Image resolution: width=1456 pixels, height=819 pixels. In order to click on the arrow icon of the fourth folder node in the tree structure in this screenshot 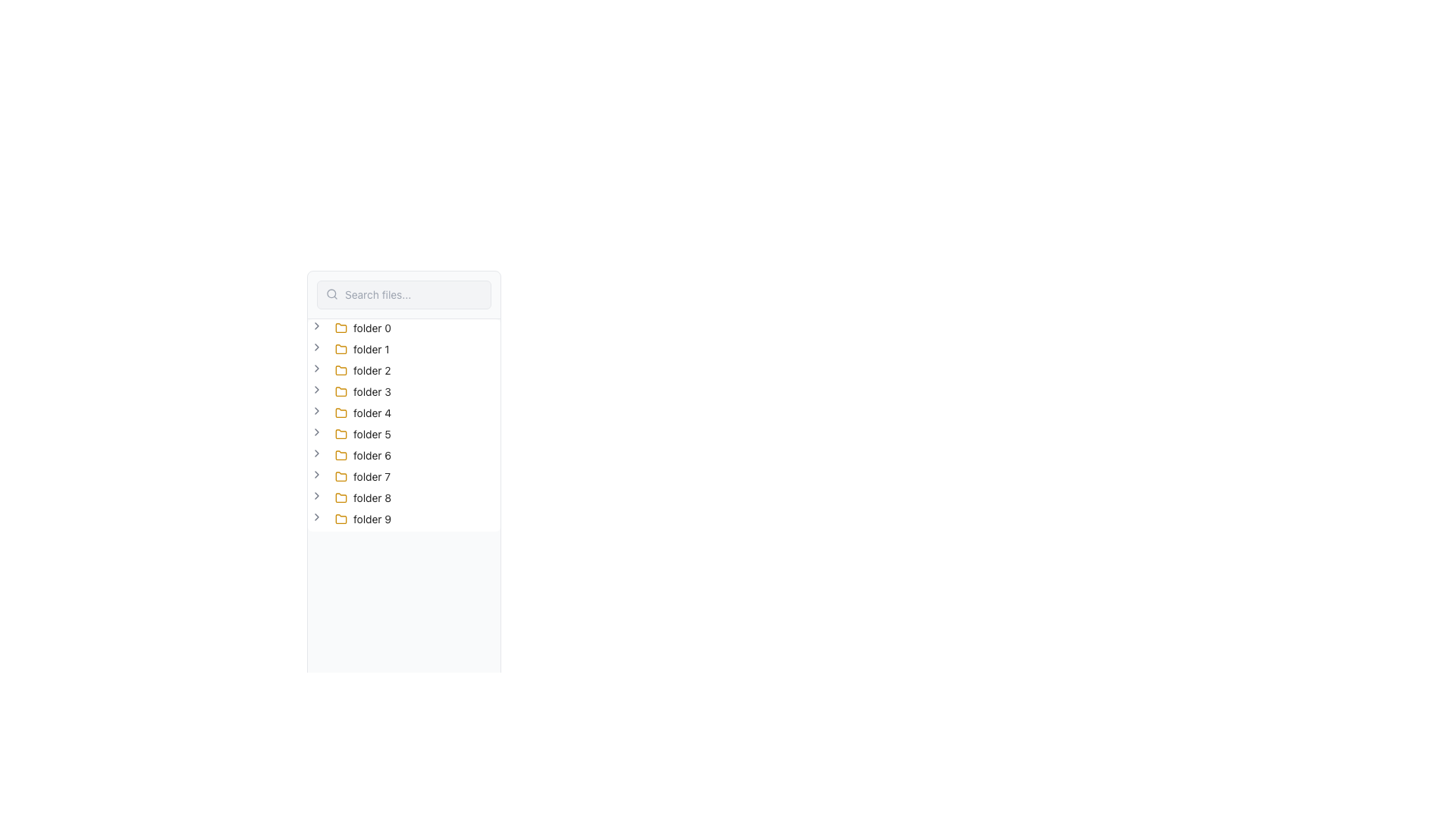, I will do `click(352, 391)`.